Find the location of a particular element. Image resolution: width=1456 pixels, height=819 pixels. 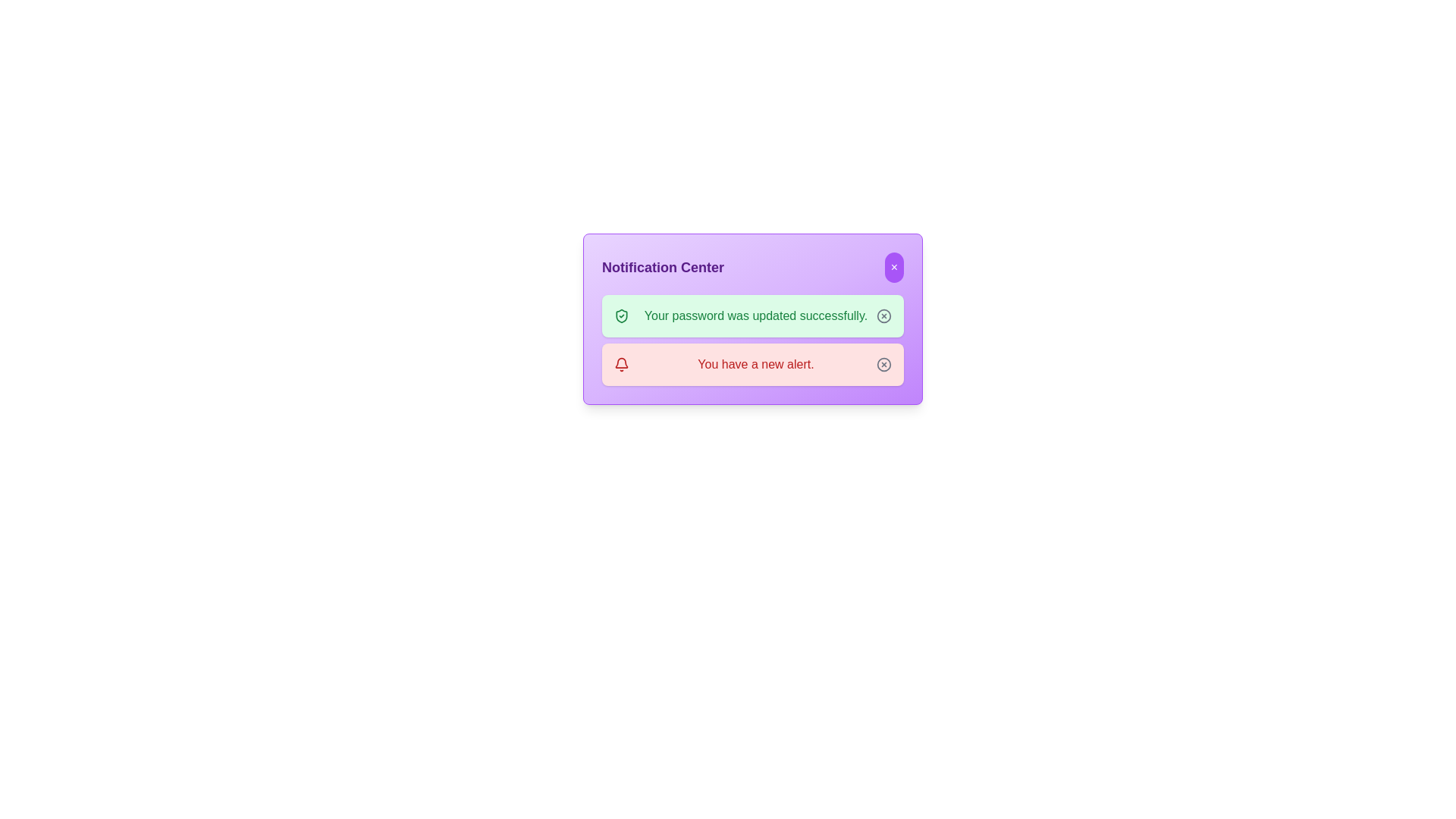

the close button located at the top-right corner of the notification interface is located at coordinates (894, 267).